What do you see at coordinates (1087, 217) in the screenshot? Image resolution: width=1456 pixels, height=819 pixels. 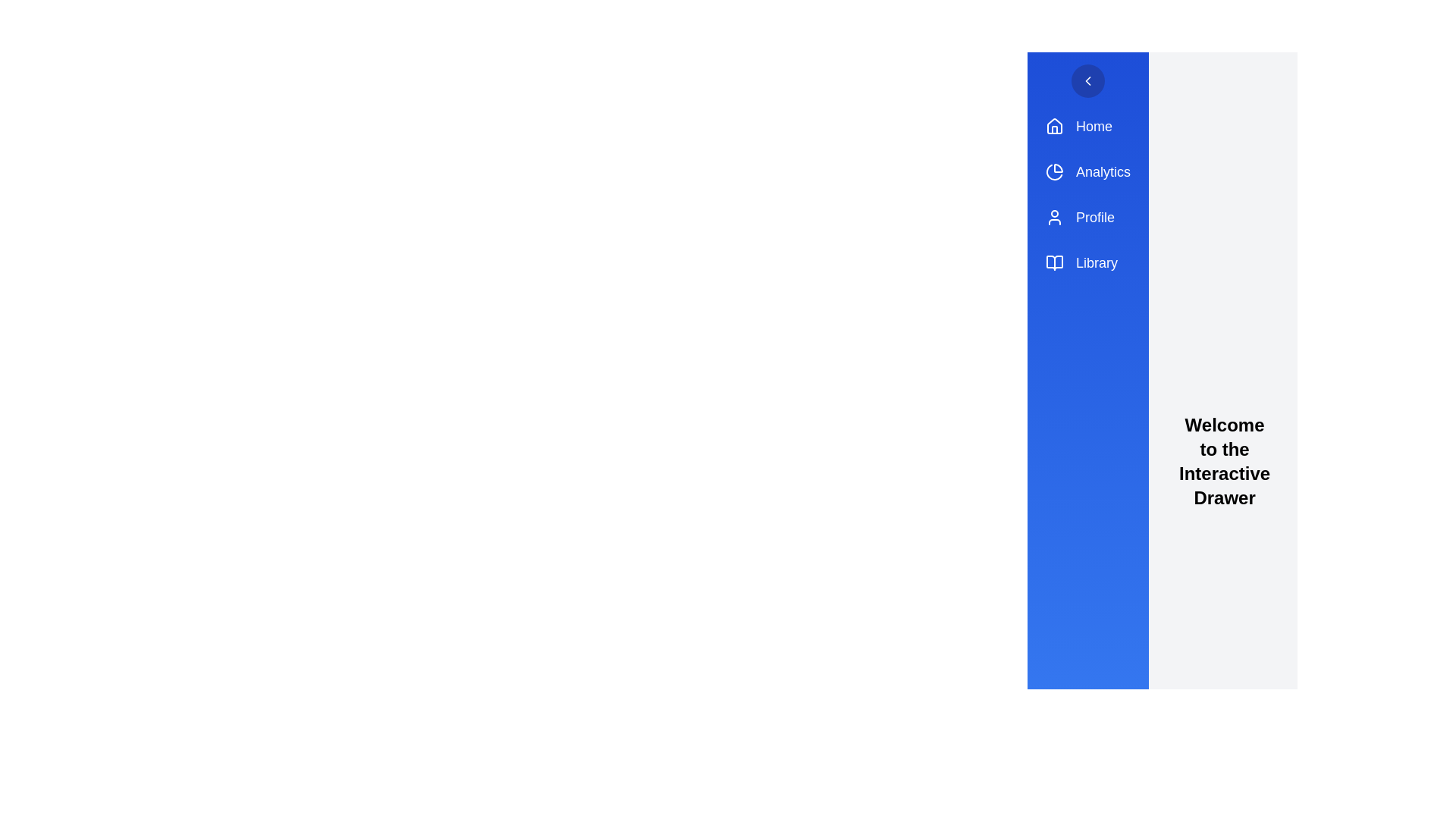 I see `the menu item labeled Profile to navigate` at bounding box center [1087, 217].